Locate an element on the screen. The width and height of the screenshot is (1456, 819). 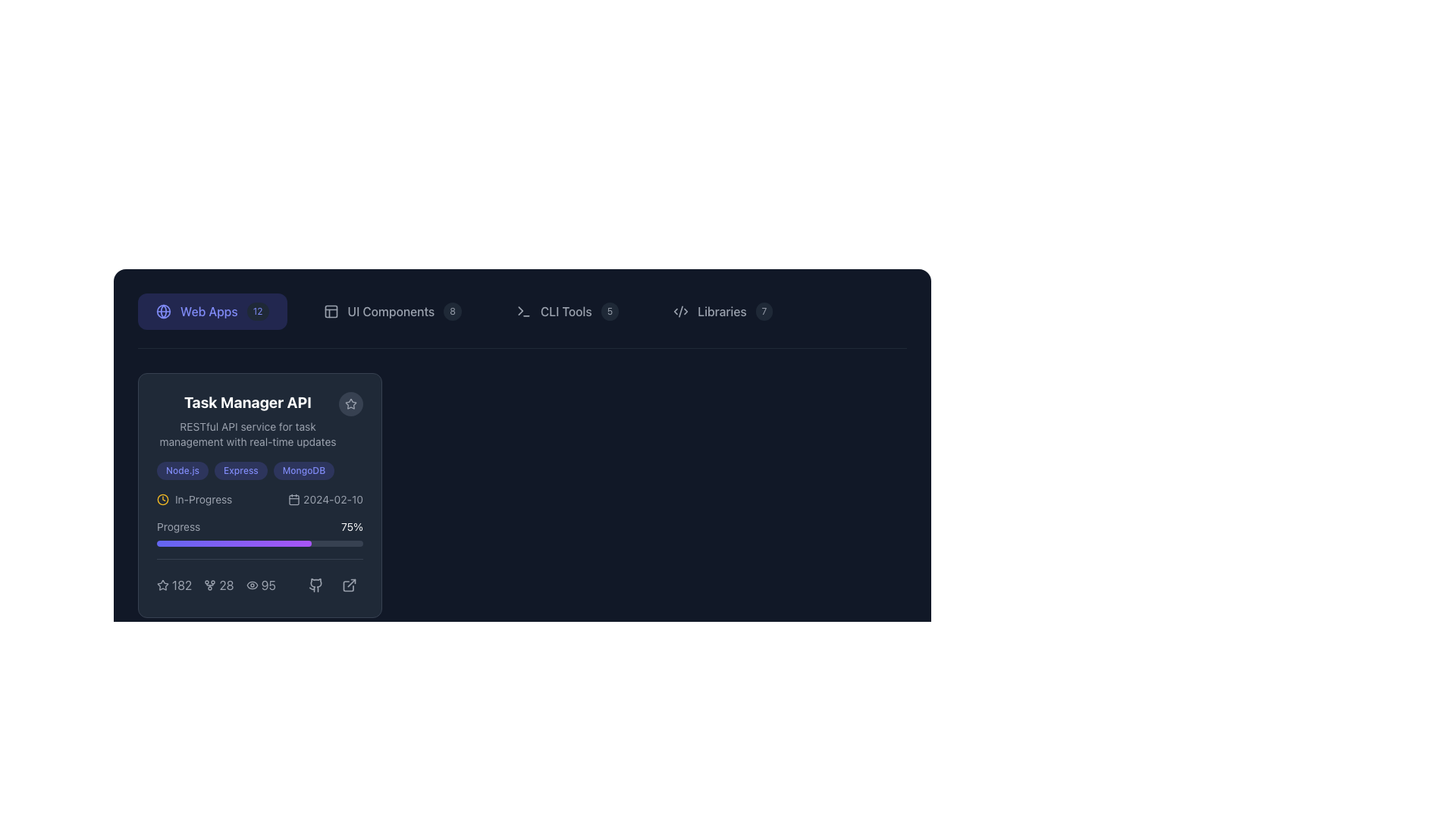
the Date display element which shows the calendar icon and the date '2024-02-10', located to the right of the 'In-Progress' label in the 'Task Manager API' section is located at coordinates (325, 500).